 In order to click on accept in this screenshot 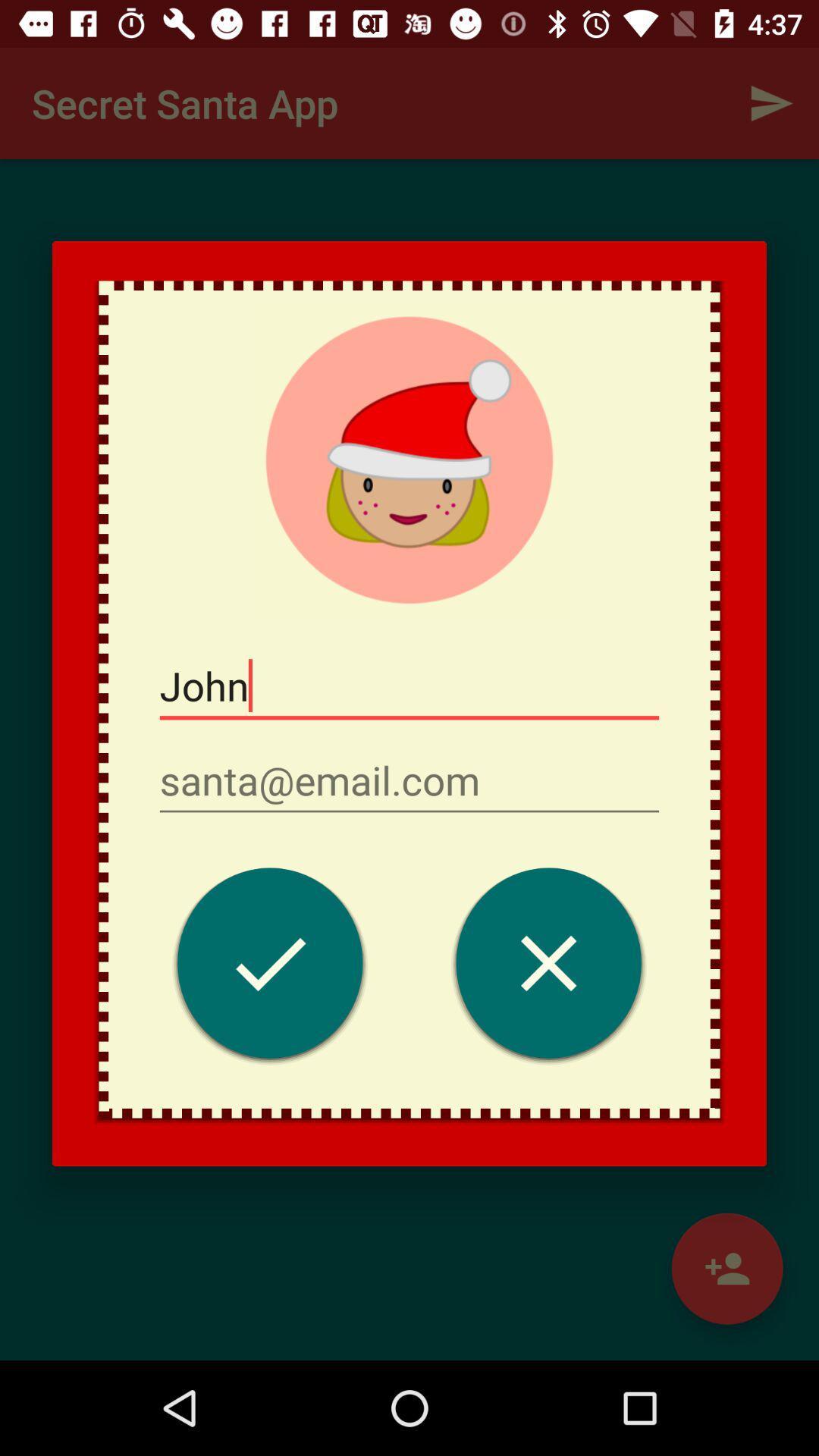, I will do `click(269, 966)`.